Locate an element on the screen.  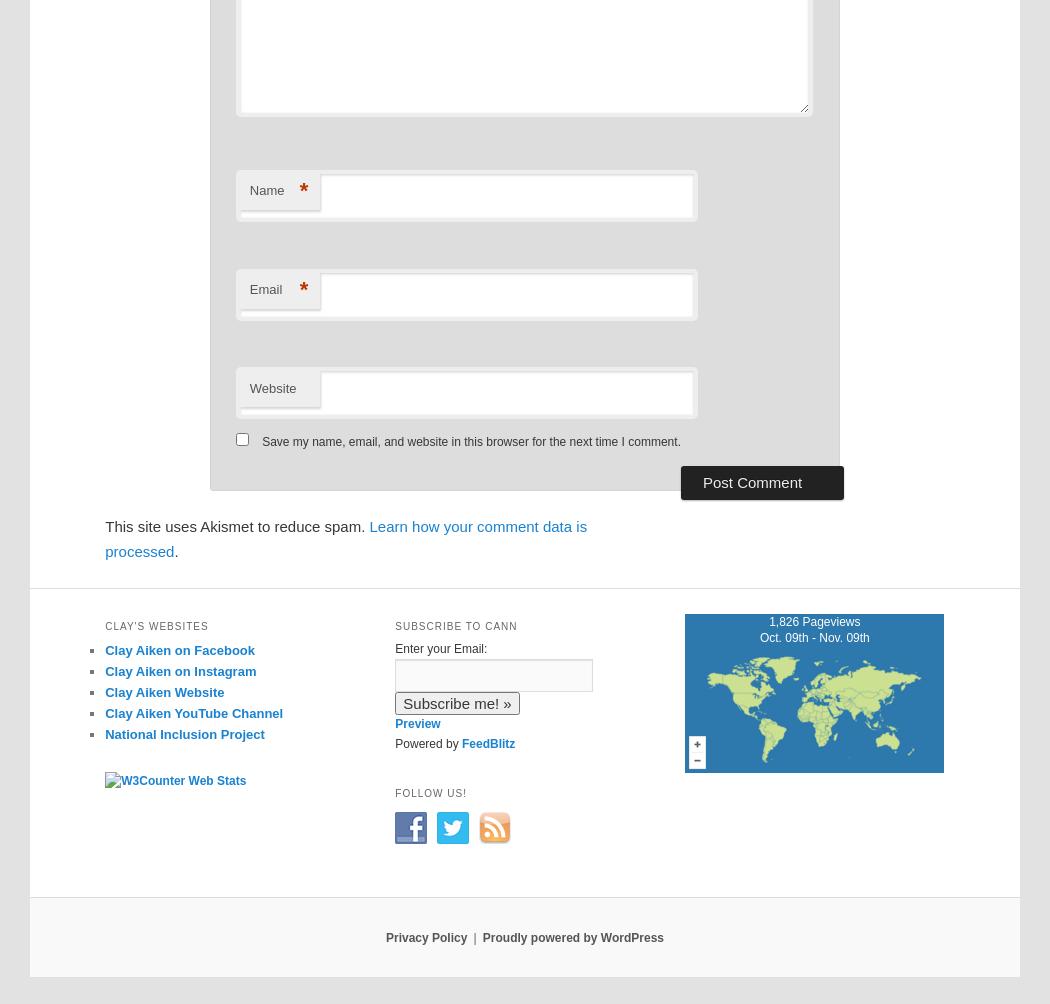
'Email' is located at coordinates (264, 288).